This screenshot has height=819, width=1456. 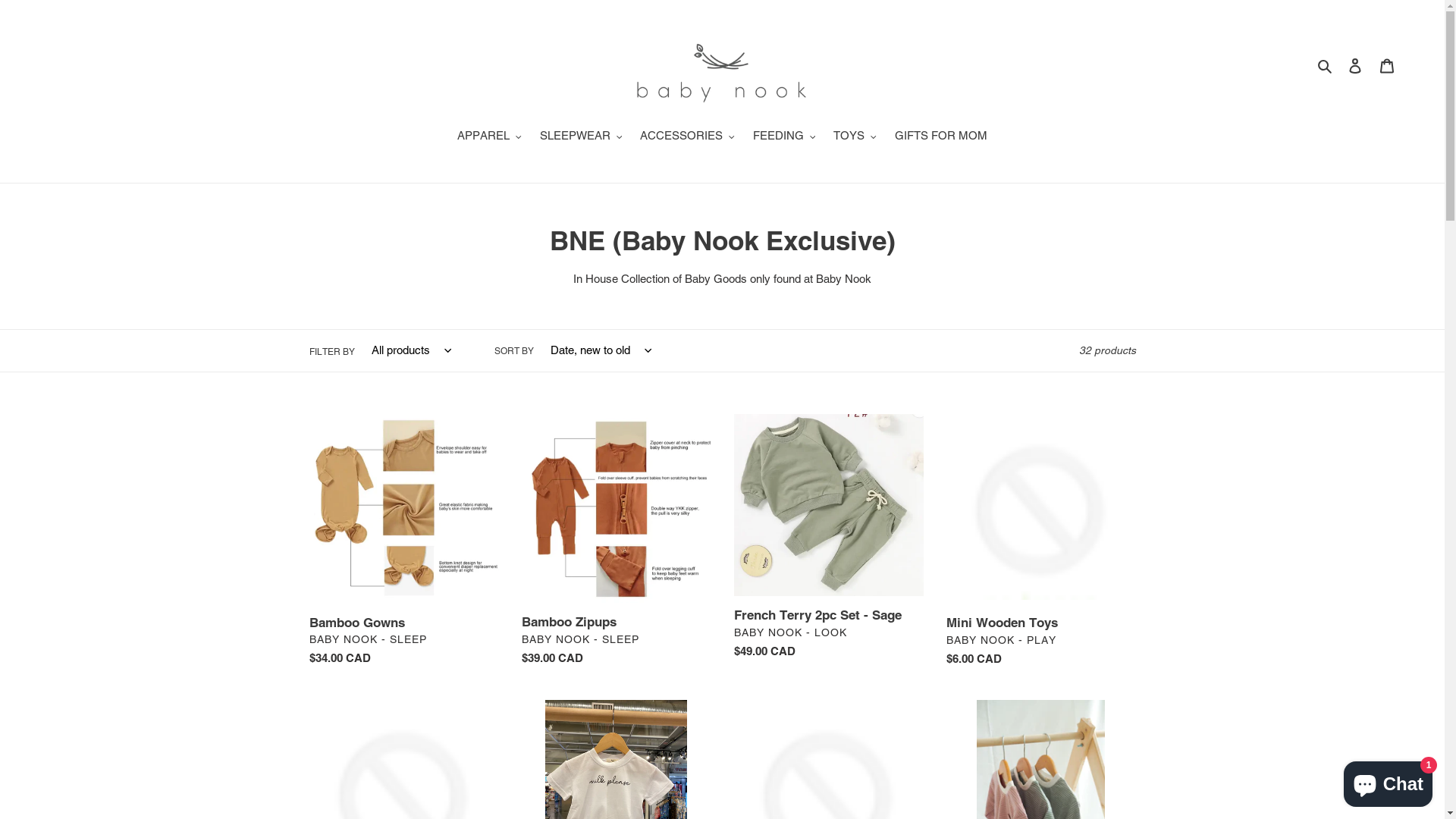 What do you see at coordinates (616, 542) in the screenshot?
I see `'Bamboo Zipups'` at bounding box center [616, 542].